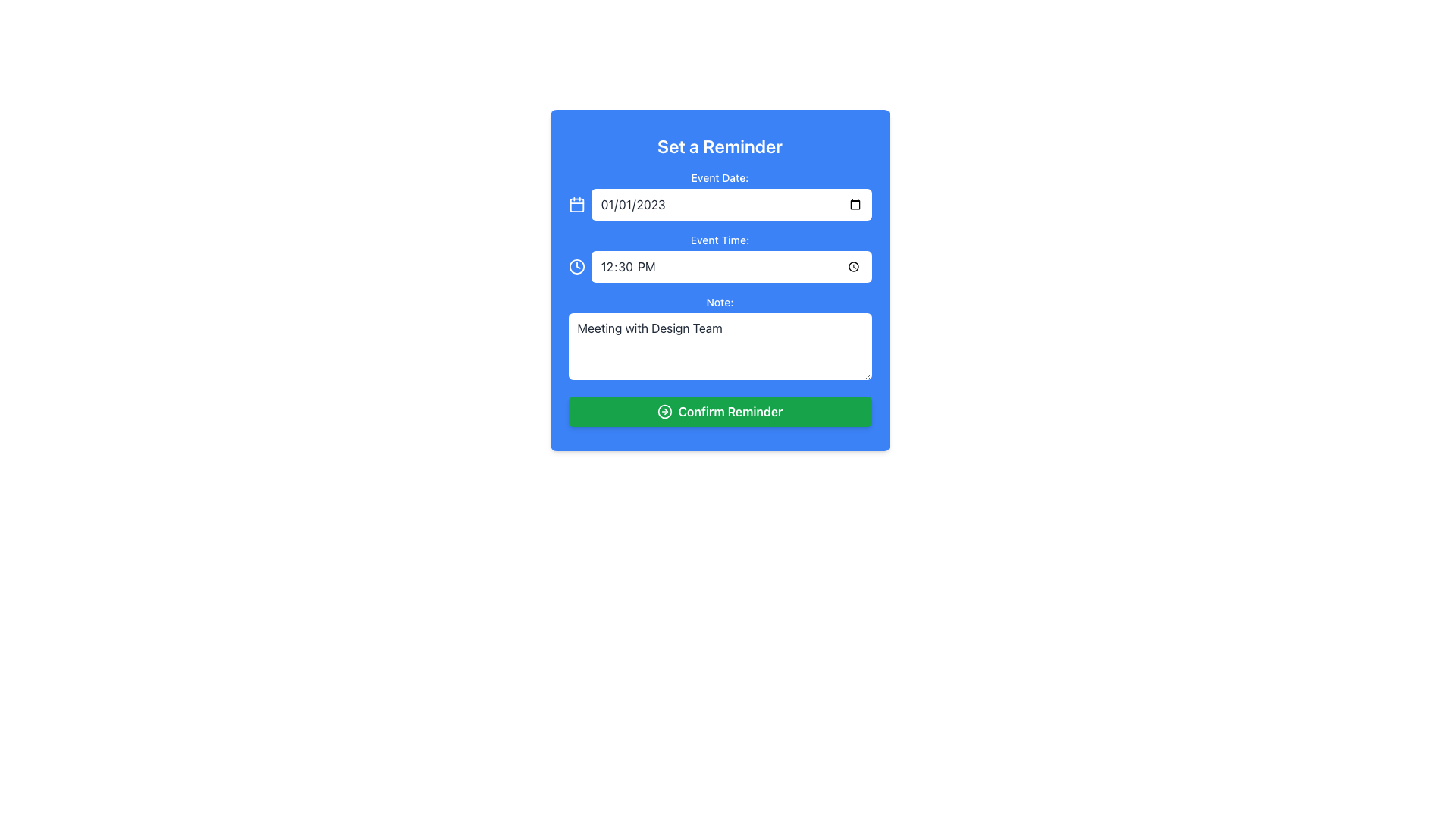  Describe the element at coordinates (719, 146) in the screenshot. I see `the static text element that serves as the title for the dialog indicating its purpose to set a reminder for an event` at that location.